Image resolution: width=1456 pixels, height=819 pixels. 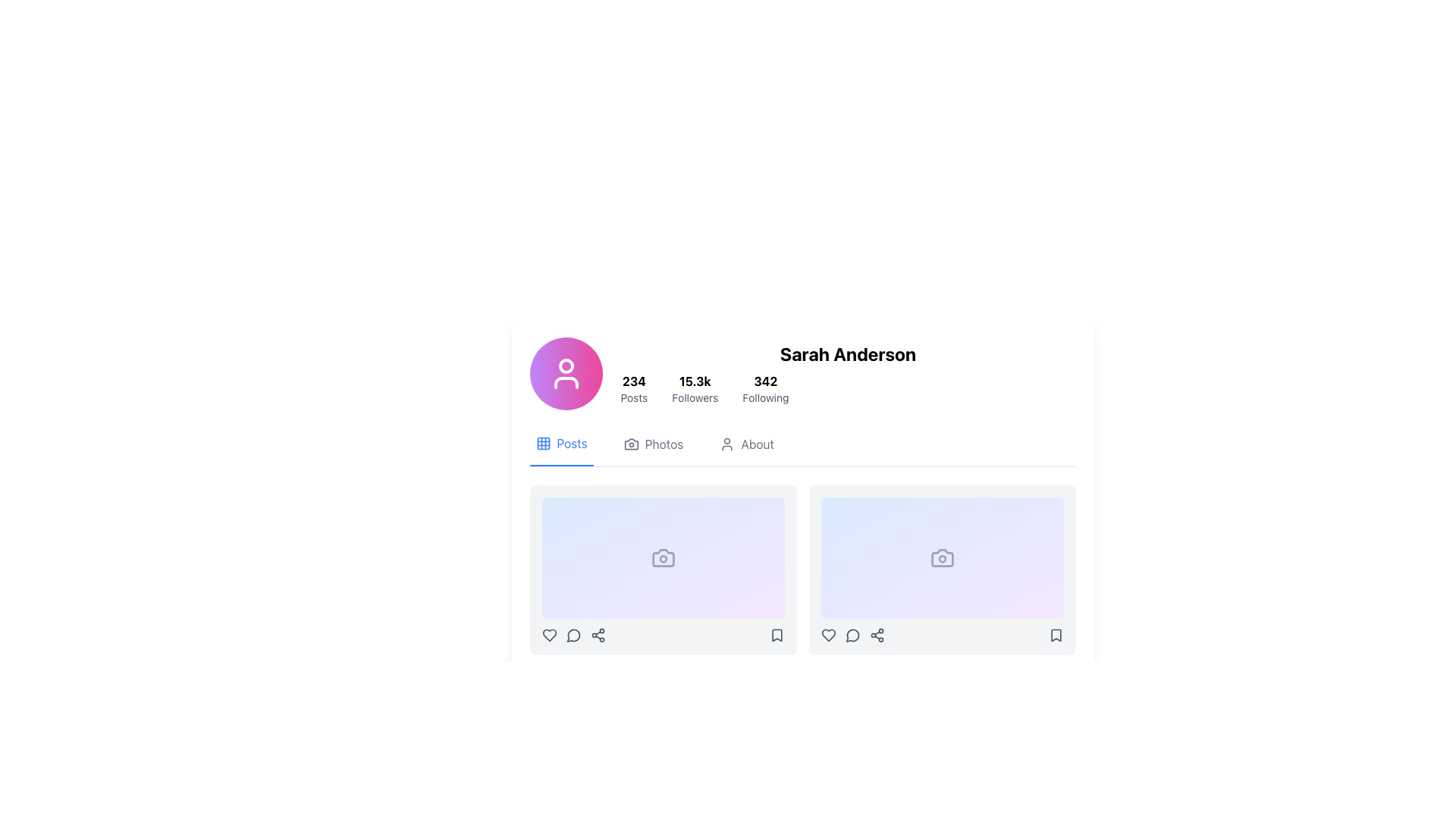 What do you see at coordinates (565, 366) in the screenshot?
I see `the circular graphical component that is centrally located within the user avatar SVG icon, which is colored in a gradient pink and purple shade` at bounding box center [565, 366].